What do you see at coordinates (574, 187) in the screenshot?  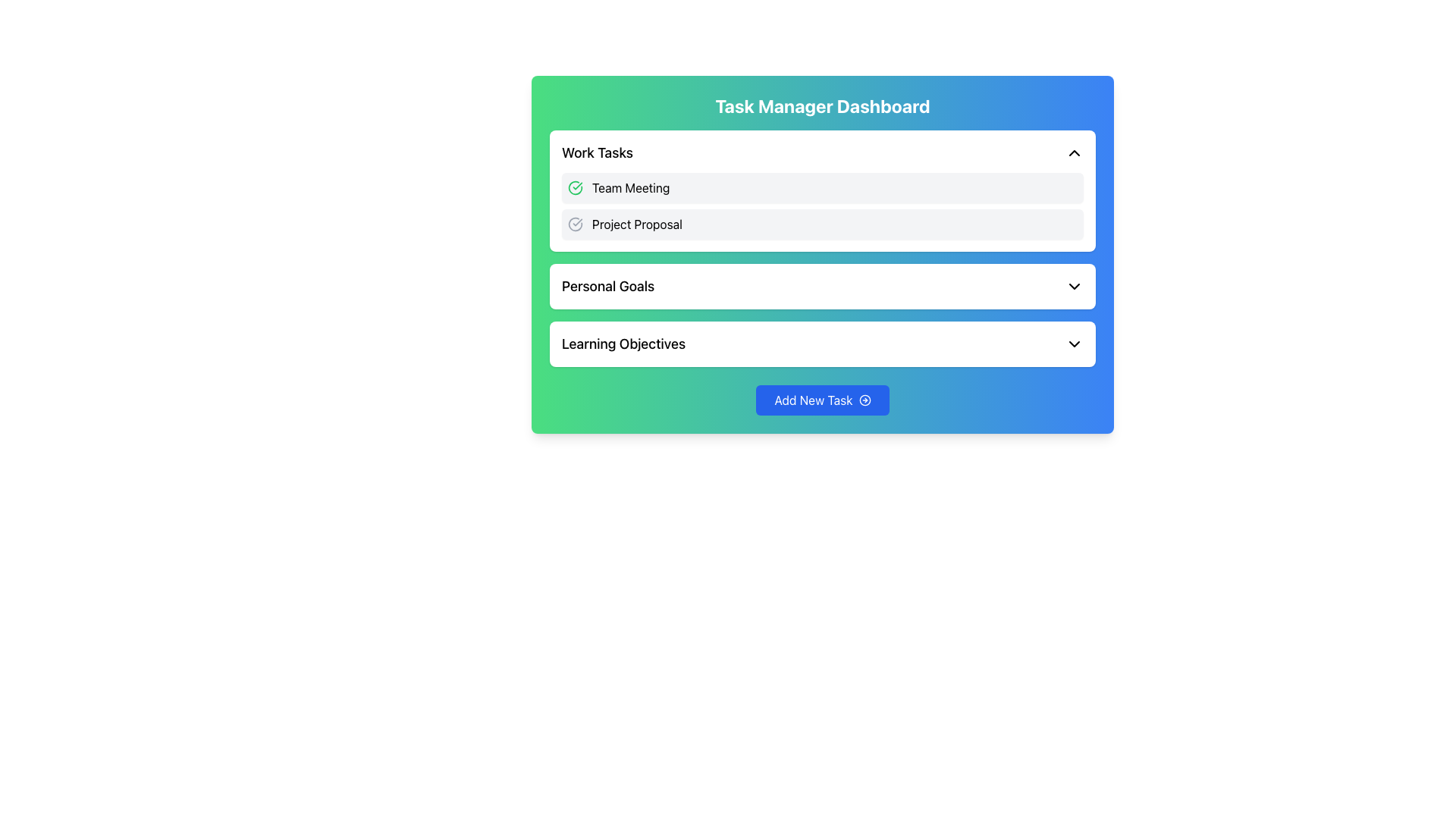 I see `the Status indicator icon (checkmark) which is a circular green icon indicating completion, located to the left of the 'Team Meeting' text label in the 'Work Tasks' section` at bounding box center [574, 187].